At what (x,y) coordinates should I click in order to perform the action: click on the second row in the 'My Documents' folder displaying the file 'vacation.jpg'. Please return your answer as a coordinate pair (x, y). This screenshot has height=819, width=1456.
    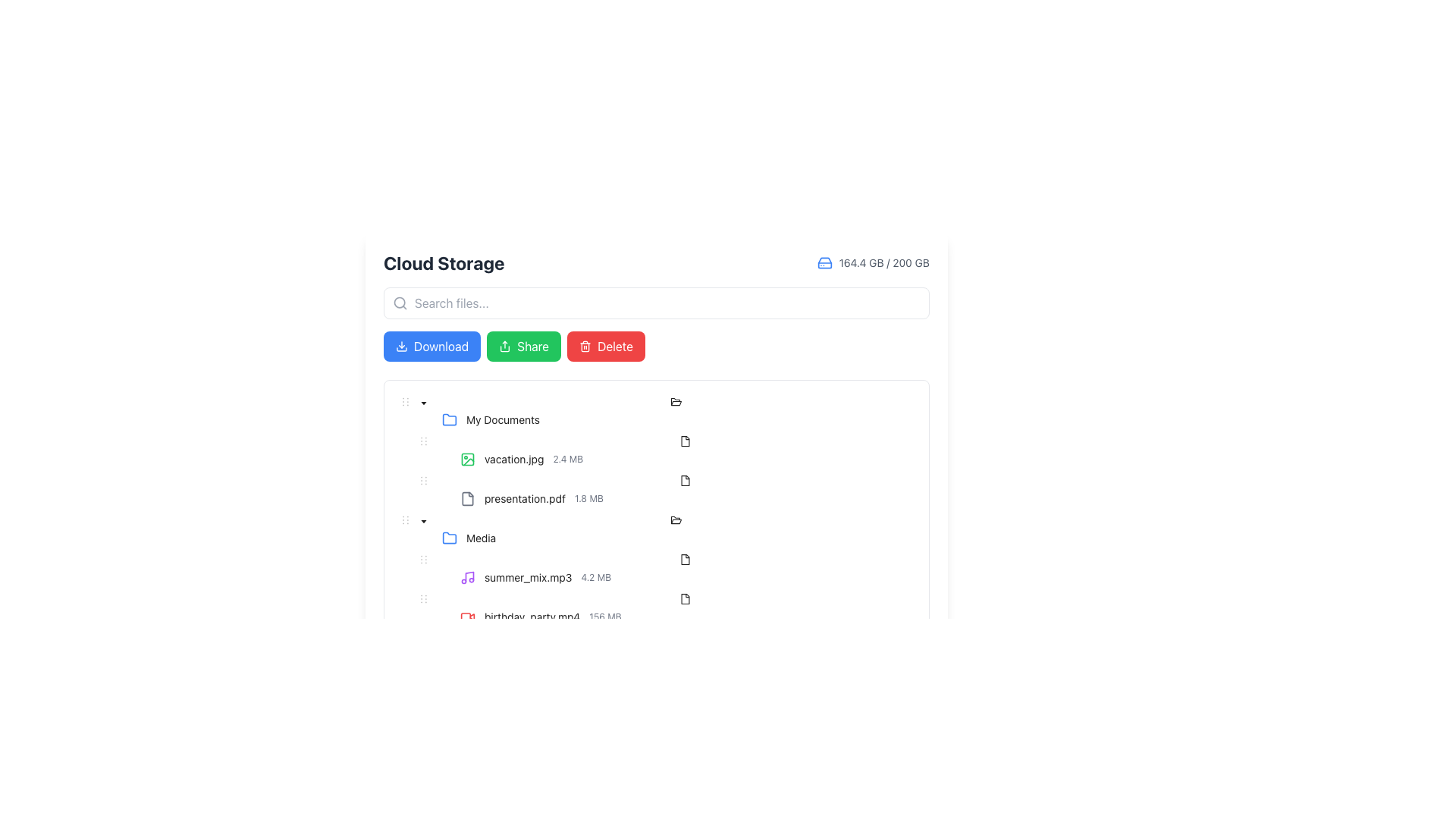
    Looking at the image, I should click on (684, 450).